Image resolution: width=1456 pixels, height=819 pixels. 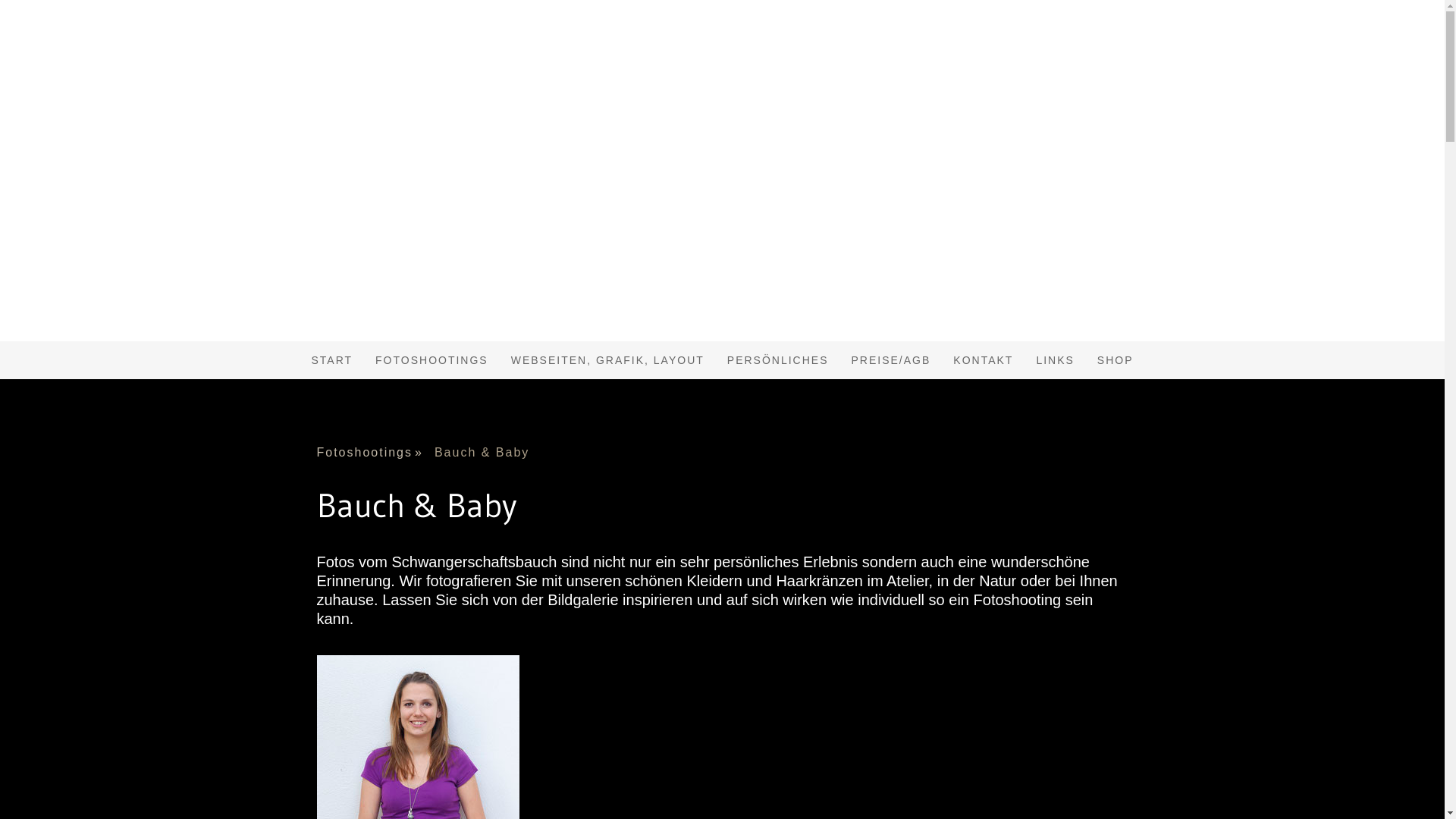 What do you see at coordinates (364, 359) in the screenshot?
I see `'FOTOSHOOTINGS'` at bounding box center [364, 359].